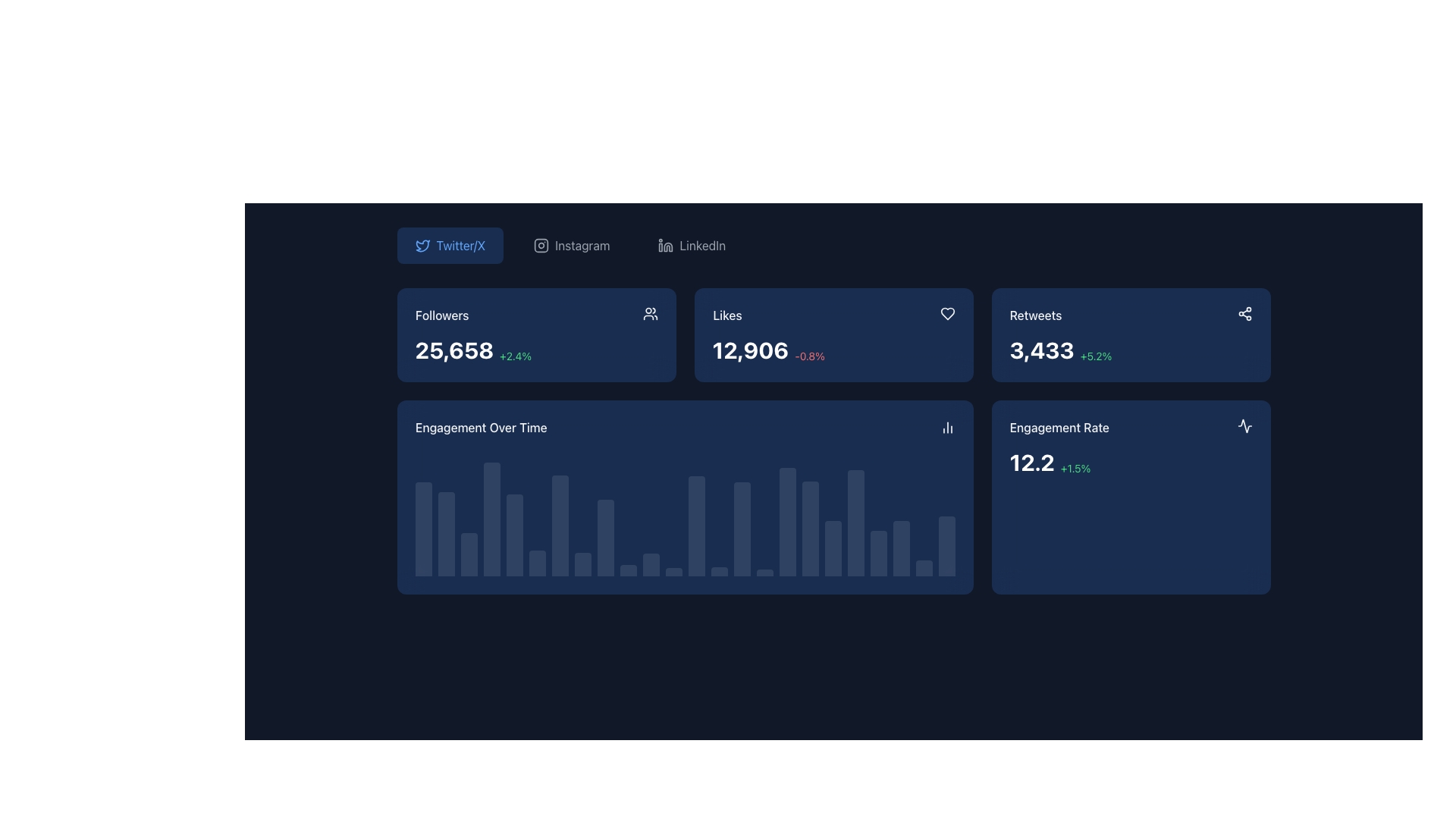 Image resolution: width=1456 pixels, height=819 pixels. What do you see at coordinates (423, 528) in the screenshot?
I see `the first bar in the 'Engagement Over Time' chart` at bounding box center [423, 528].